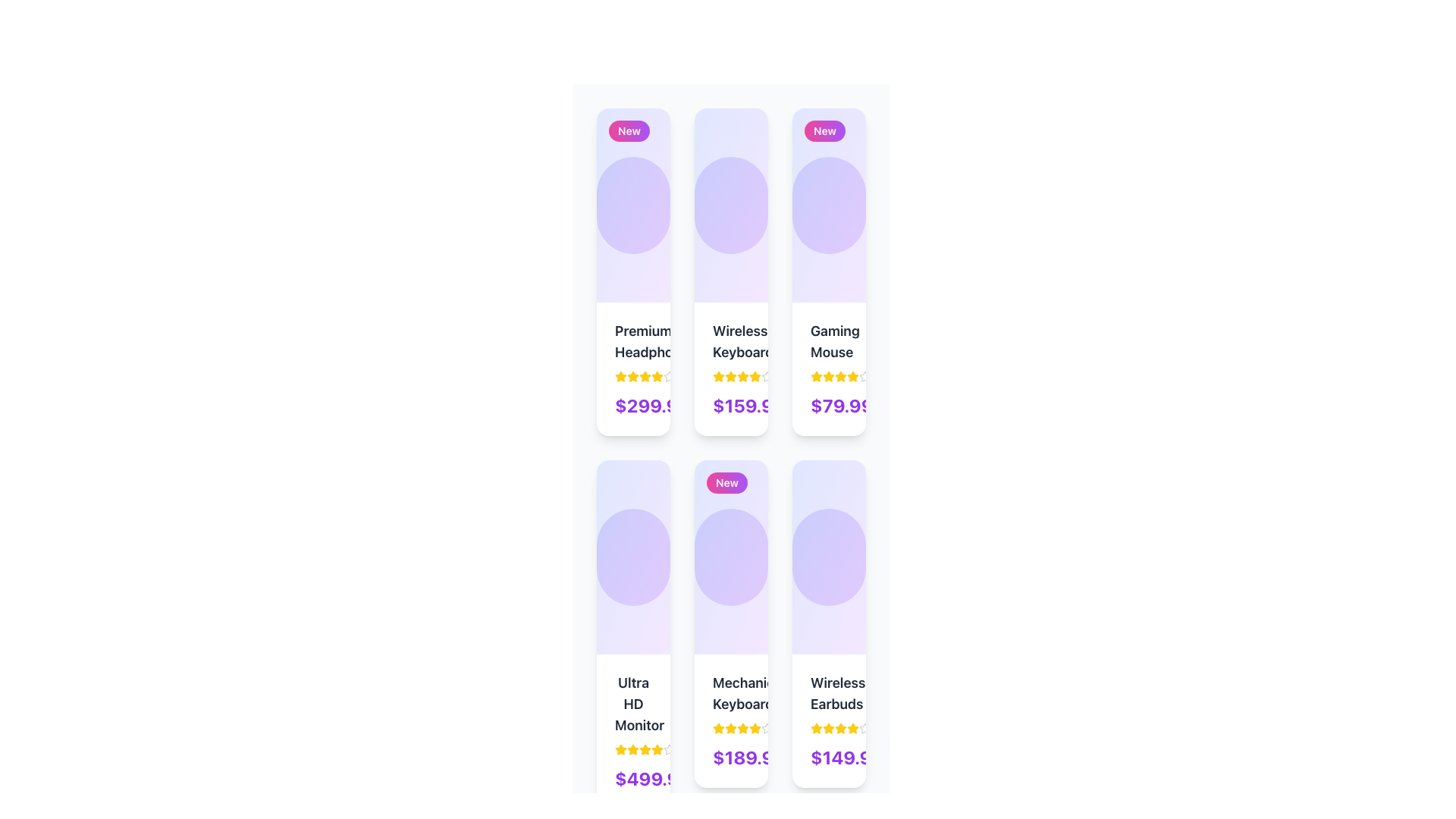 This screenshot has height=819, width=1456. Describe the element at coordinates (783, 557) in the screenshot. I see `the eye-like SVG graphic element located in the middle column of the second row of the 'Mechanical Keyboard' product card, which is styled with a grayish tone and positioned below the 'New' tag` at that location.